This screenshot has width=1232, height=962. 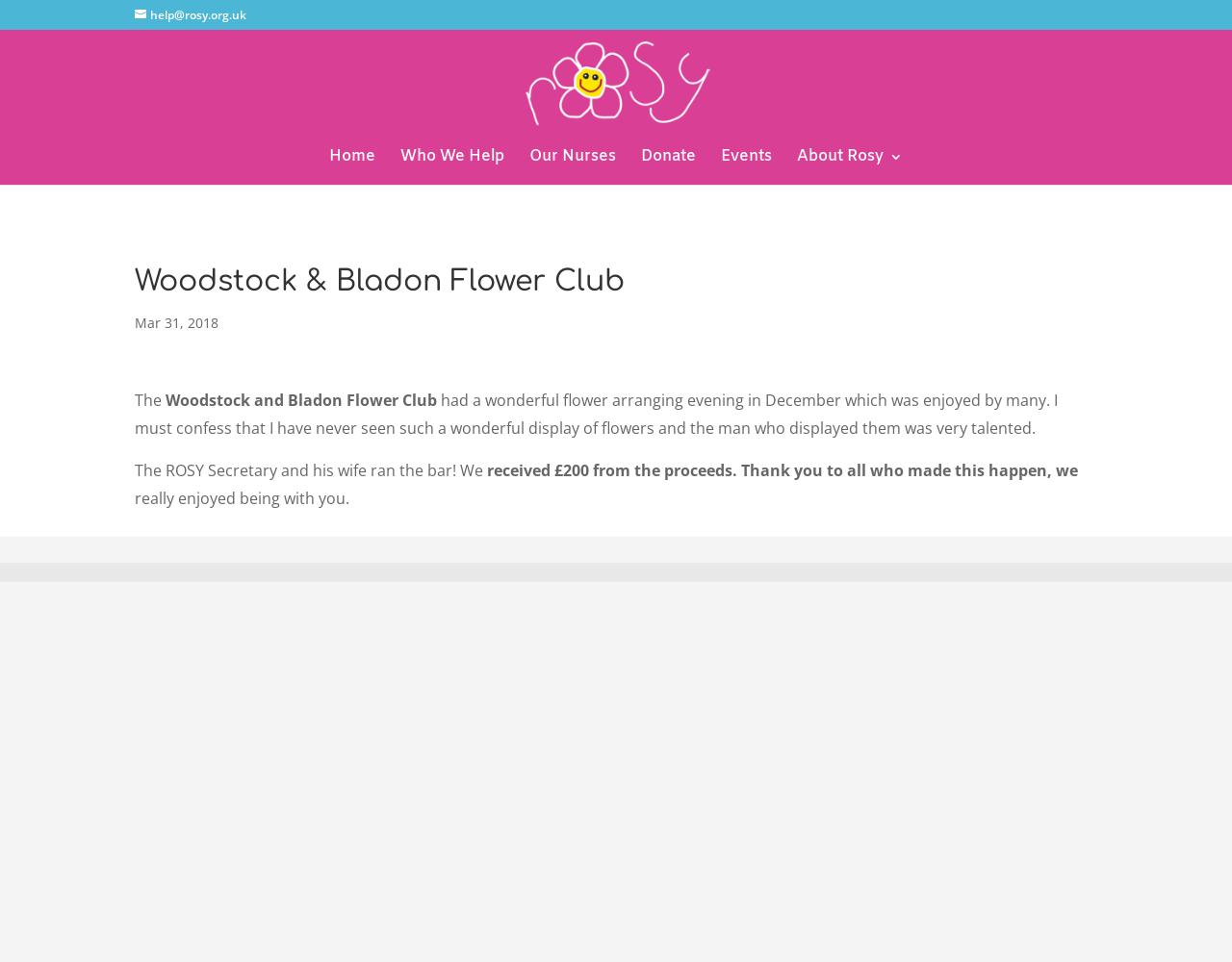 I want to click on 'About Rosy', so click(x=839, y=156).